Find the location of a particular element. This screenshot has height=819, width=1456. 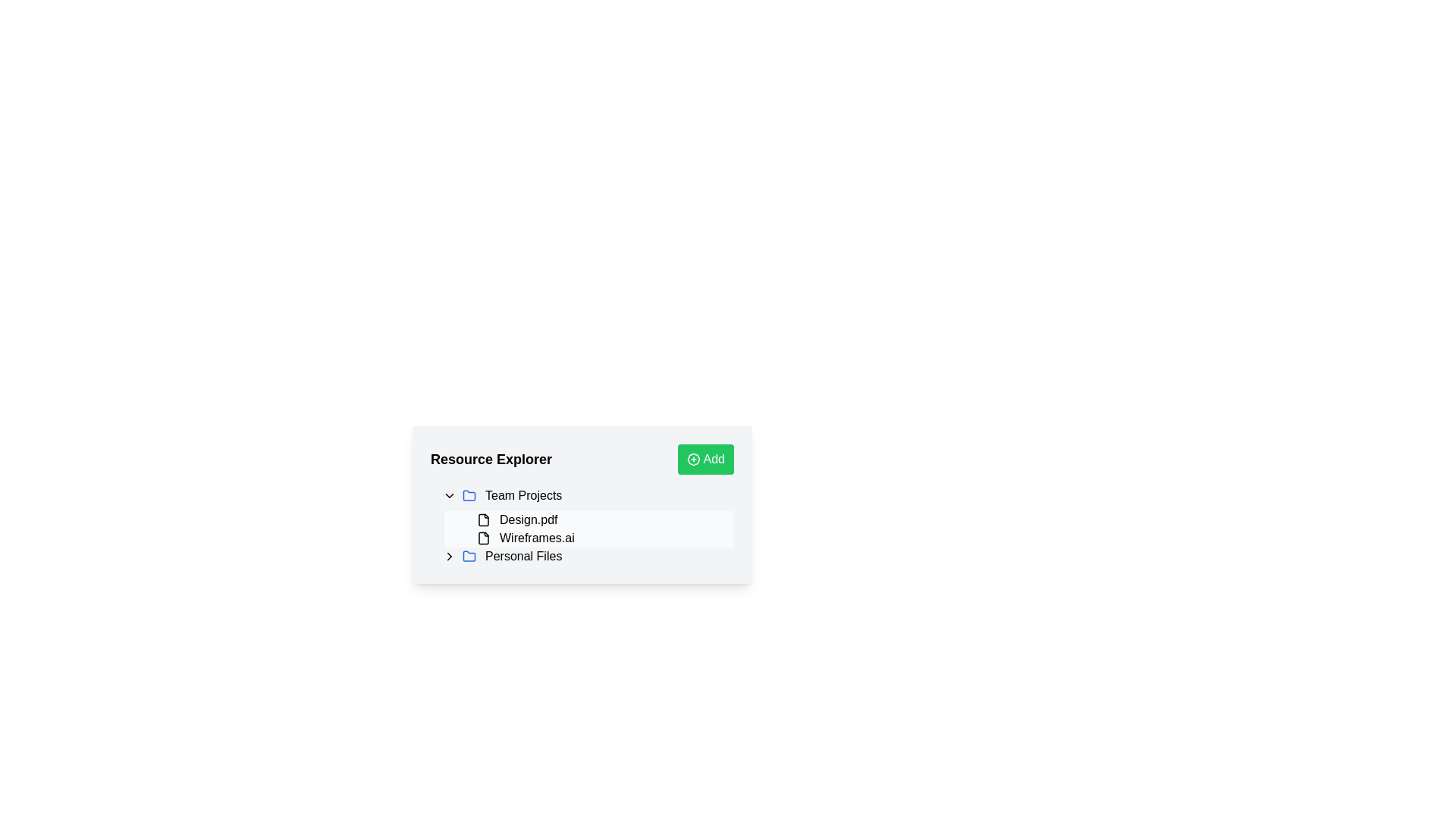

the text label for the 'Personal Files' folder is located at coordinates (523, 556).